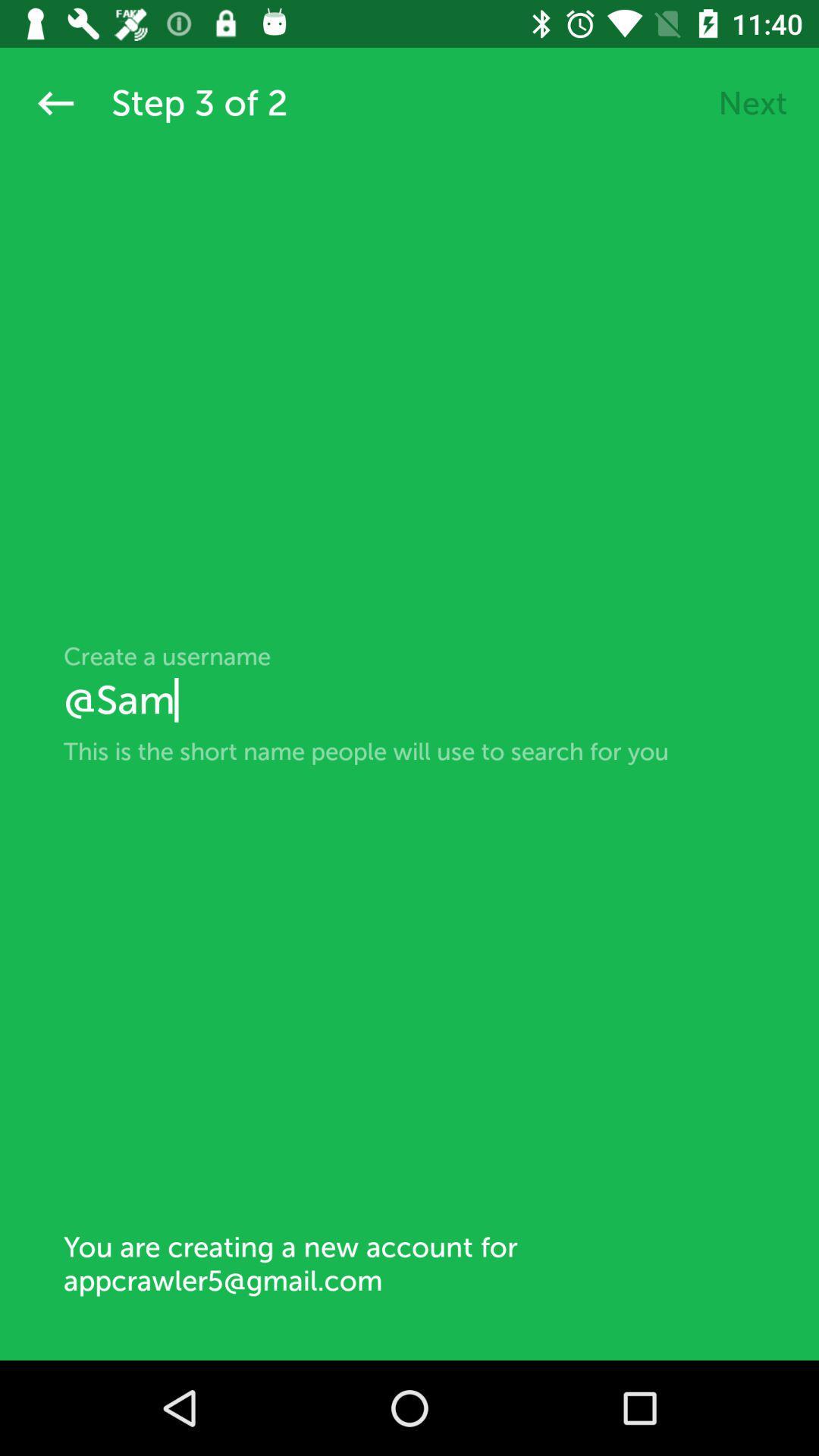  Describe the element at coordinates (55, 102) in the screenshot. I see `the arrow_backward icon` at that location.